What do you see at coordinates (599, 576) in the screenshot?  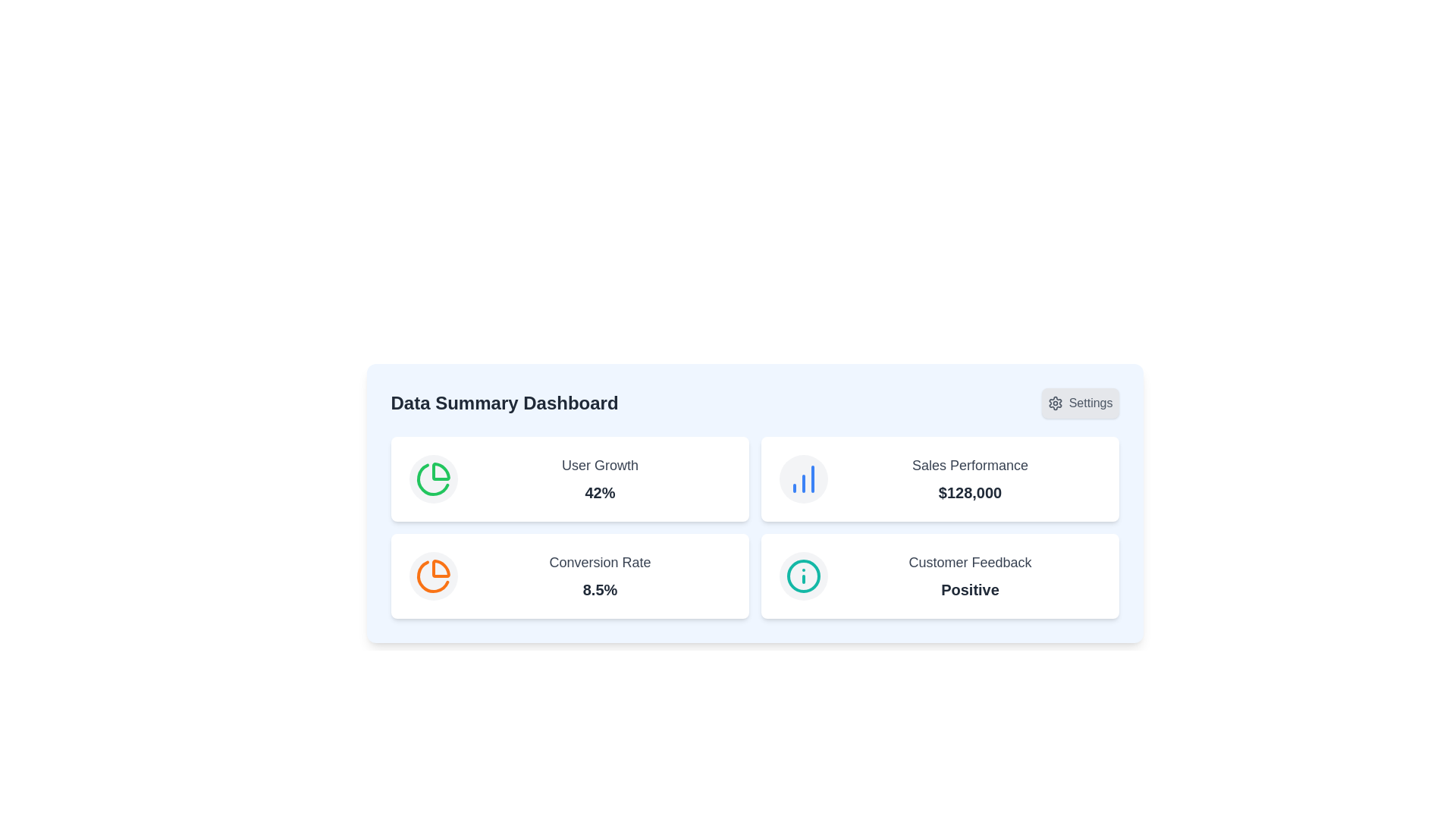 I see `informational text that provides a summary of the conversion rate percentage, located in the bottom-left card of a grid, directly to the right of the orange pie chart icon` at bounding box center [599, 576].